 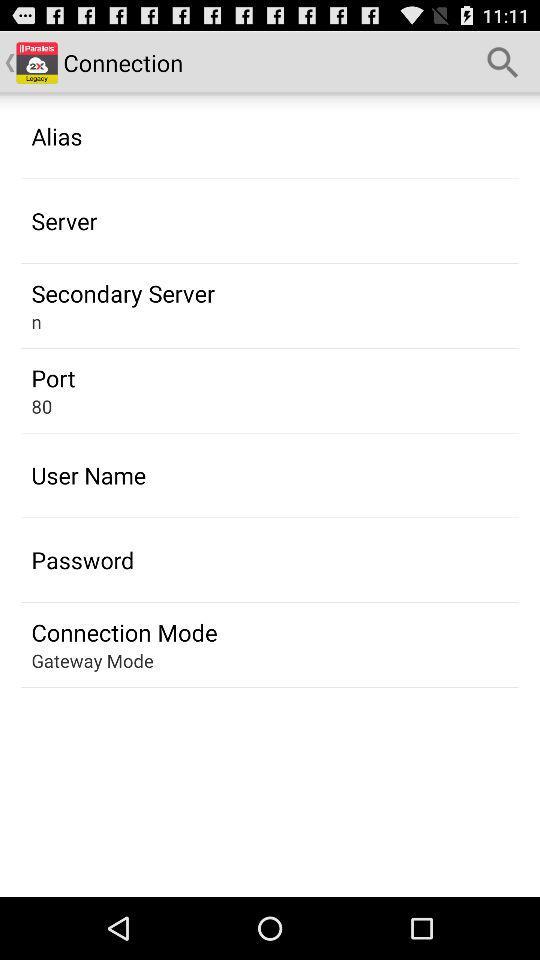 What do you see at coordinates (91, 659) in the screenshot?
I see `the item below the connection mode icon` at bounding box center [91, 659].